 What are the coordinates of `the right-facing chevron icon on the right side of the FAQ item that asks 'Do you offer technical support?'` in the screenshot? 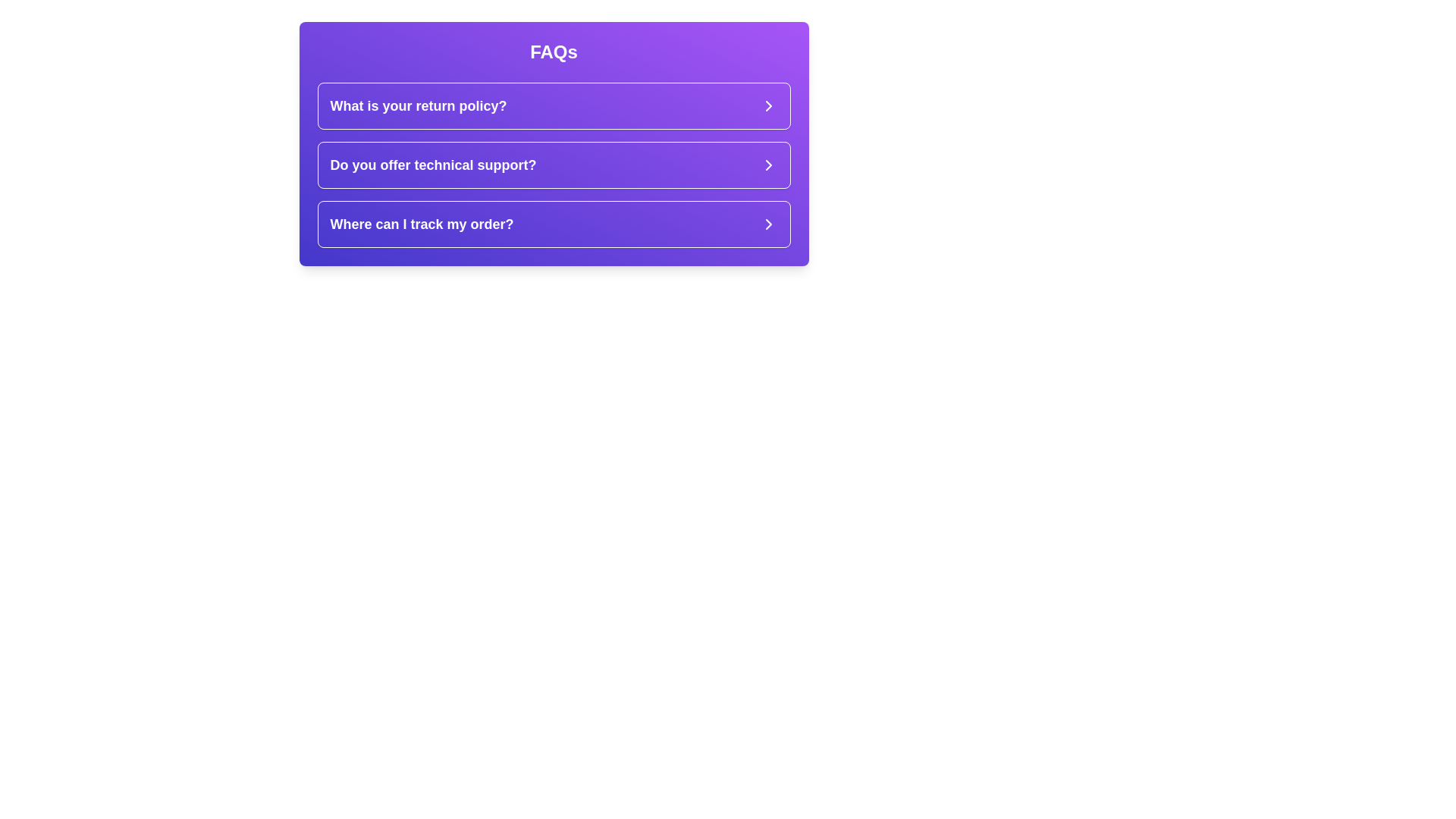 It's located at (768, 165).